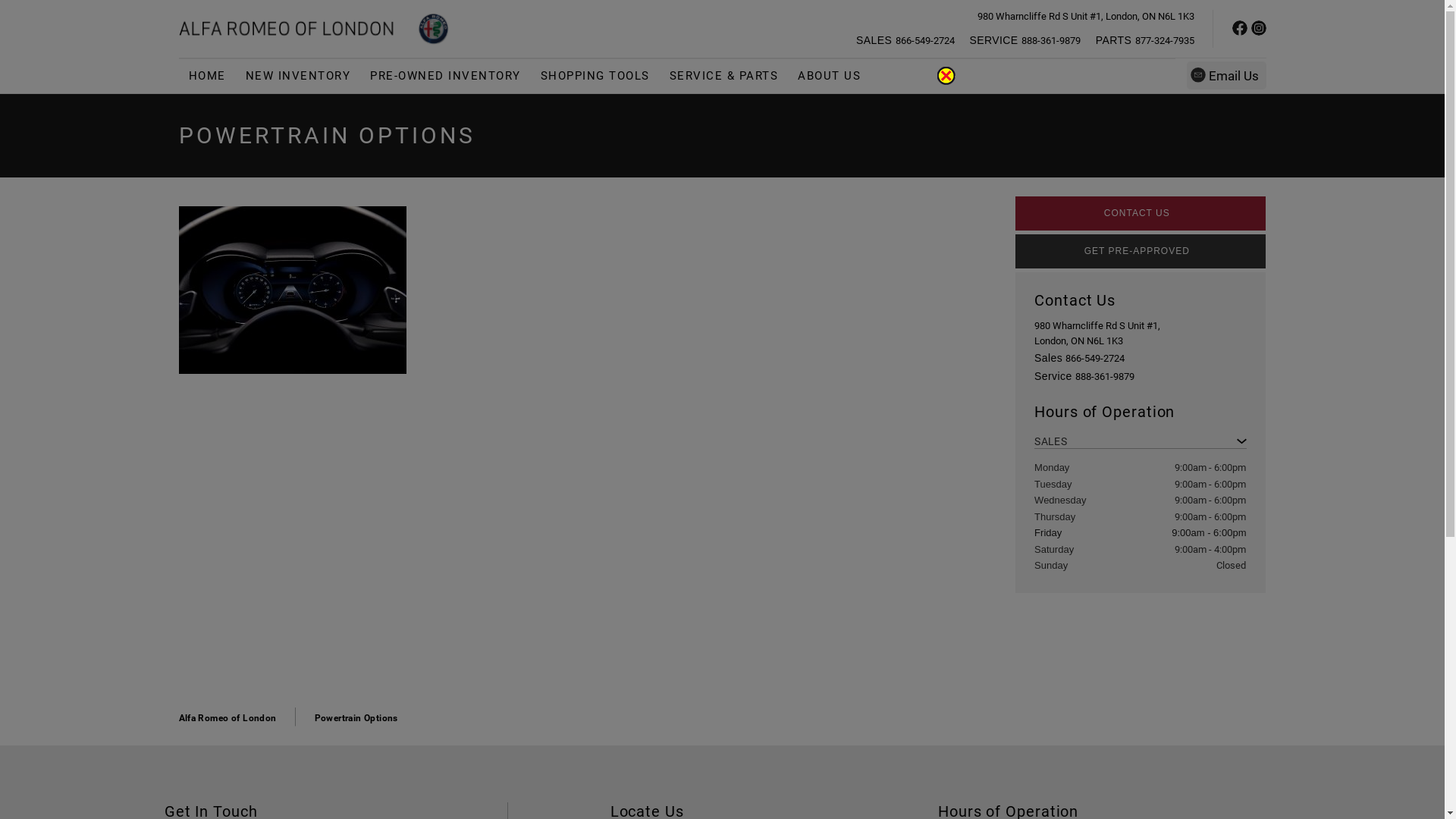 This screenshot has width=1456, height=819. I want to click on 'CONTACT US', so click(1140, 213).